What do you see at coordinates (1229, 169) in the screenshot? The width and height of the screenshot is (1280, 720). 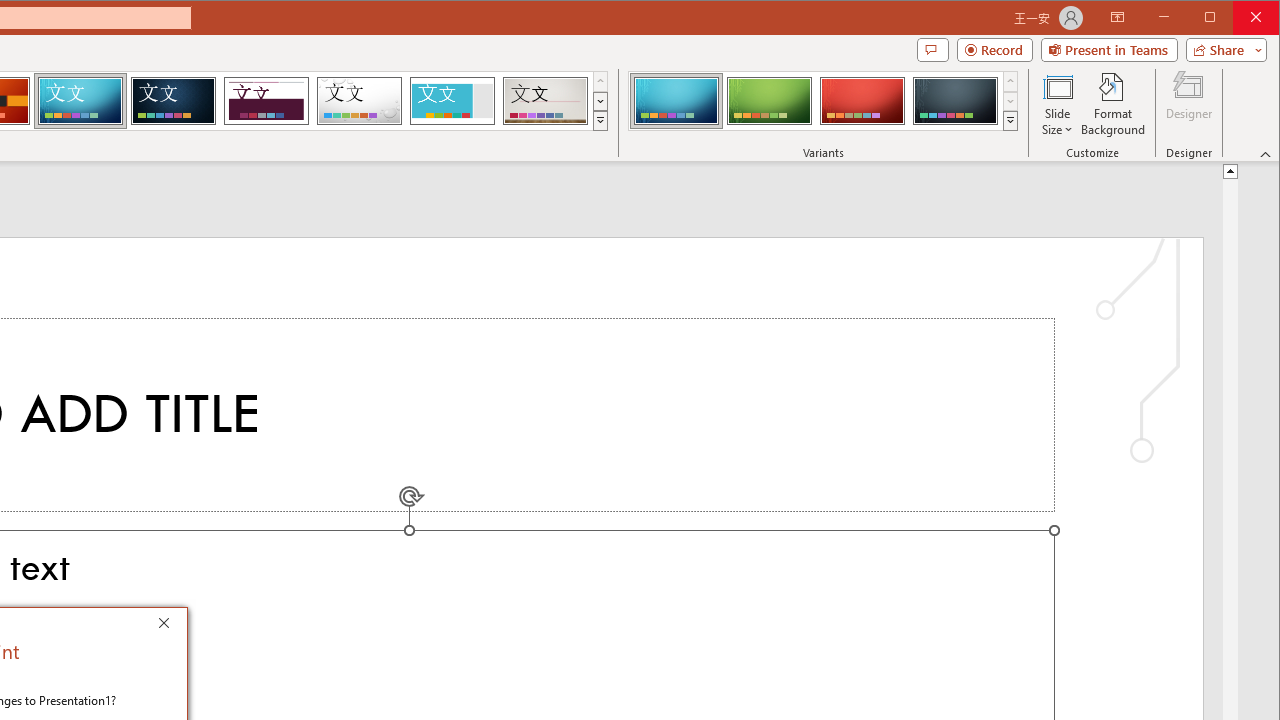 I see `'Line up'` at bounding box center [1229, 169].